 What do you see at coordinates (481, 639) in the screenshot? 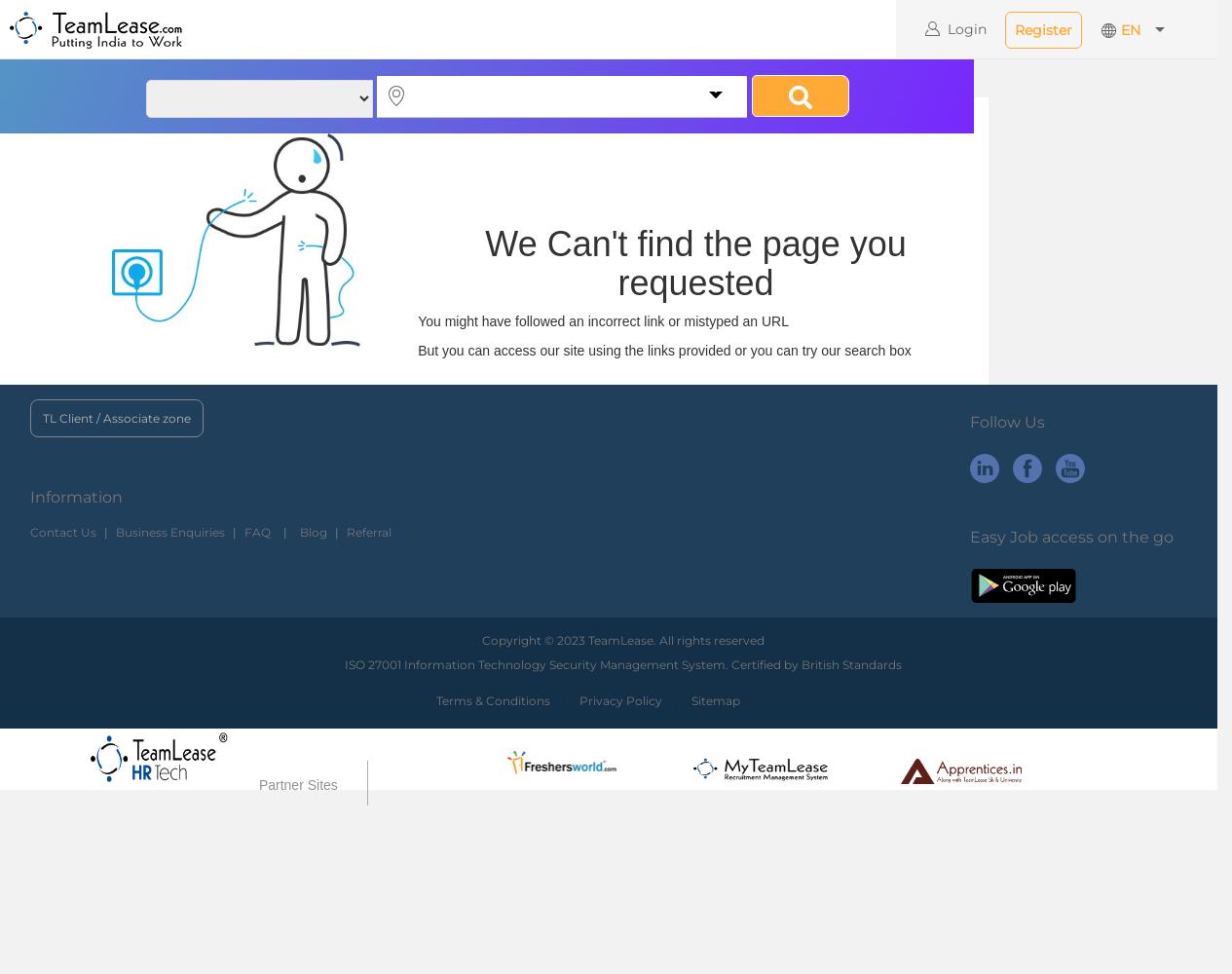
I see `'Copyright © 2023 TeamLease. All rights reserved'` at bounding box center [481, 639].